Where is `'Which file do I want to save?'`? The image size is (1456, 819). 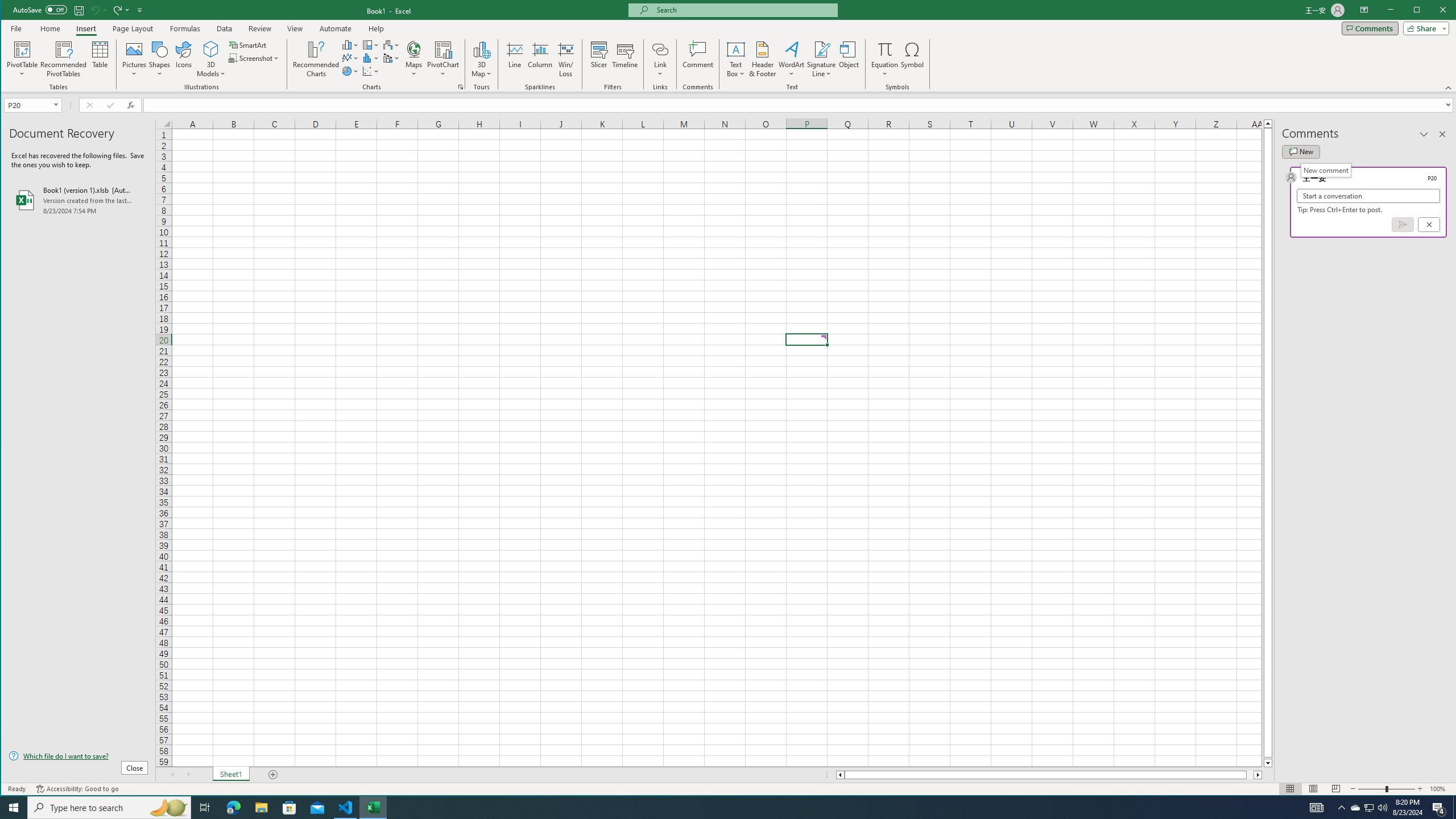 'Which file do I want to save?' is located at coordinates (78, 755).